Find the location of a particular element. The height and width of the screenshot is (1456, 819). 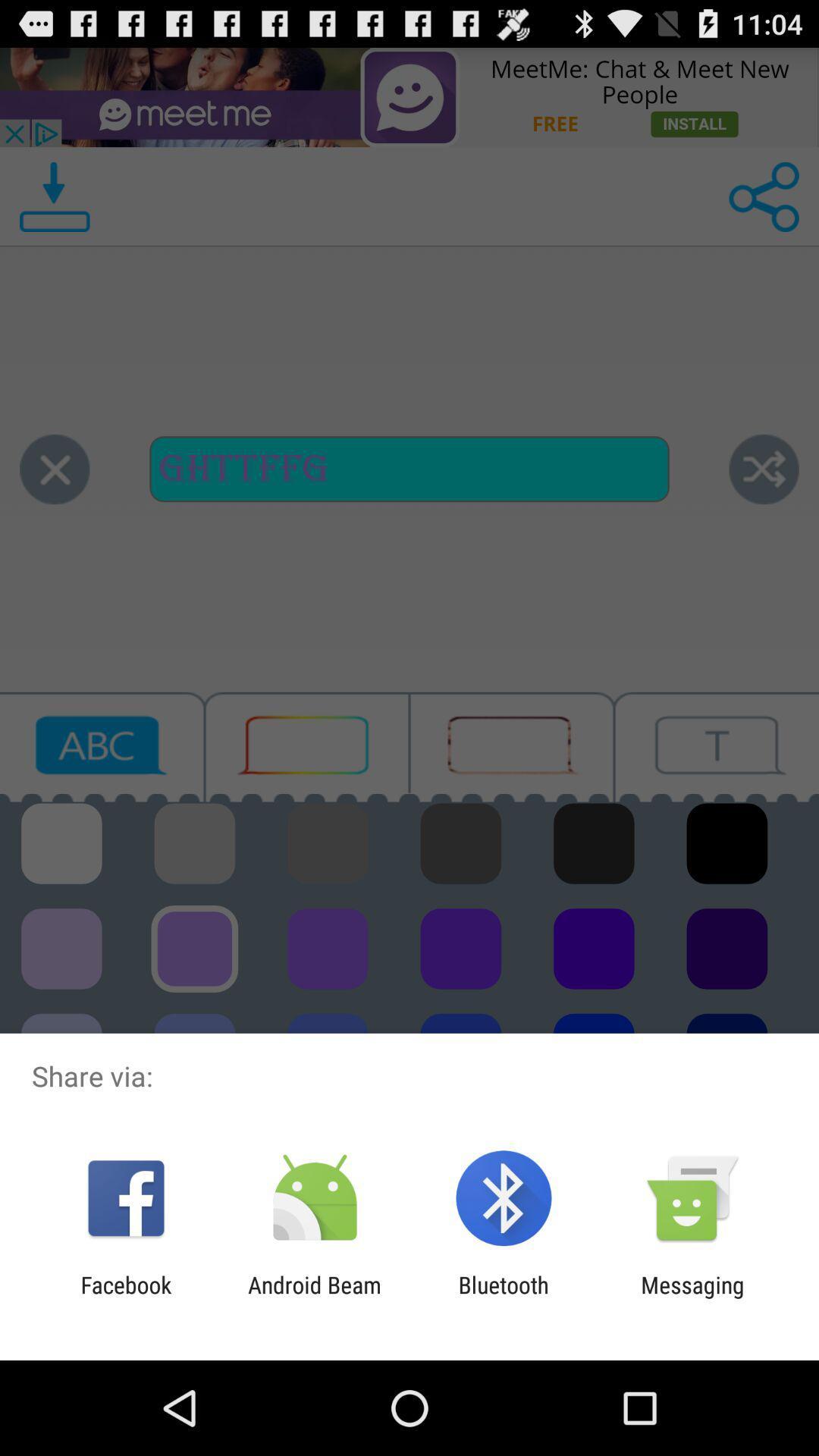

app to the left of the android beam app is located at coordinates (125, 1298).